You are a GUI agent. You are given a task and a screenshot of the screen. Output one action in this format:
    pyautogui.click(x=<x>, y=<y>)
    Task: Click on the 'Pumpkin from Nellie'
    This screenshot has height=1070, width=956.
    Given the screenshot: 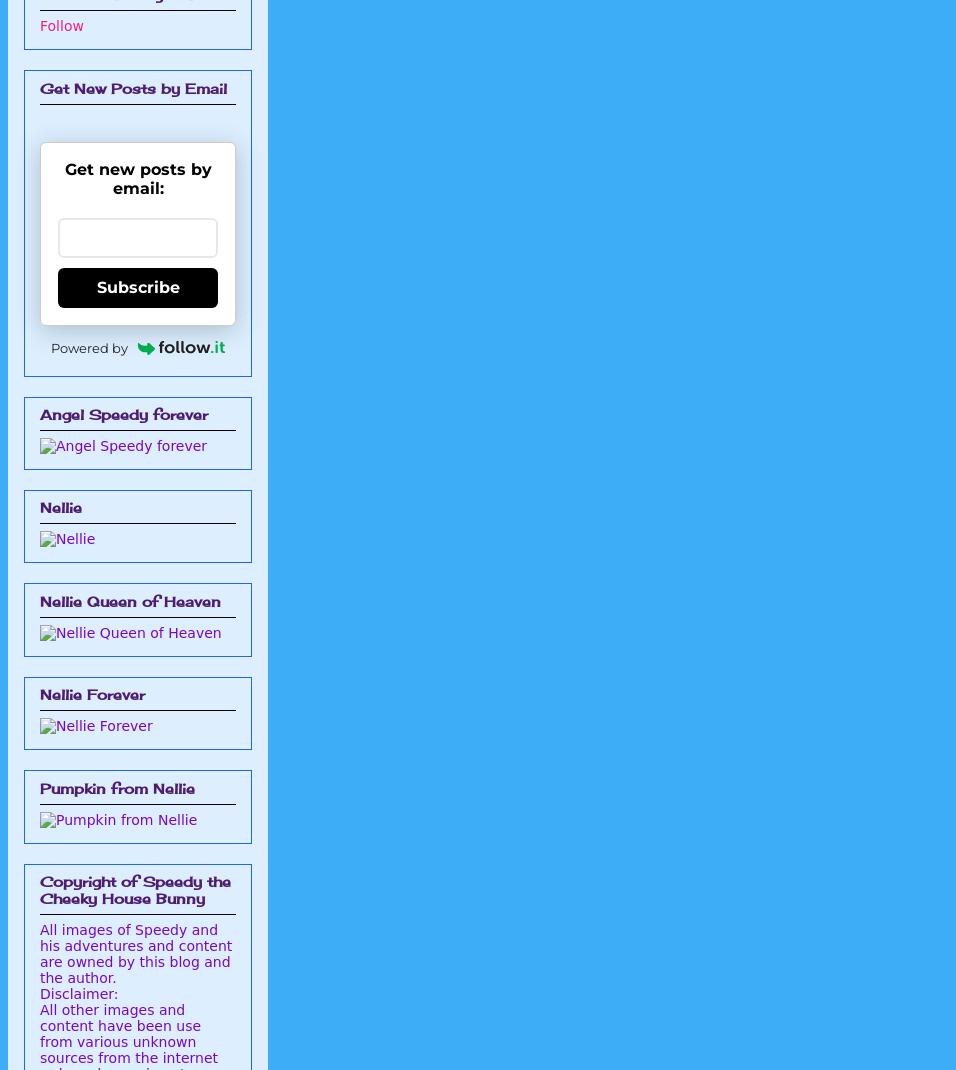 What is the action you would take?
    pyautogui.click(x=116, y=786)
    